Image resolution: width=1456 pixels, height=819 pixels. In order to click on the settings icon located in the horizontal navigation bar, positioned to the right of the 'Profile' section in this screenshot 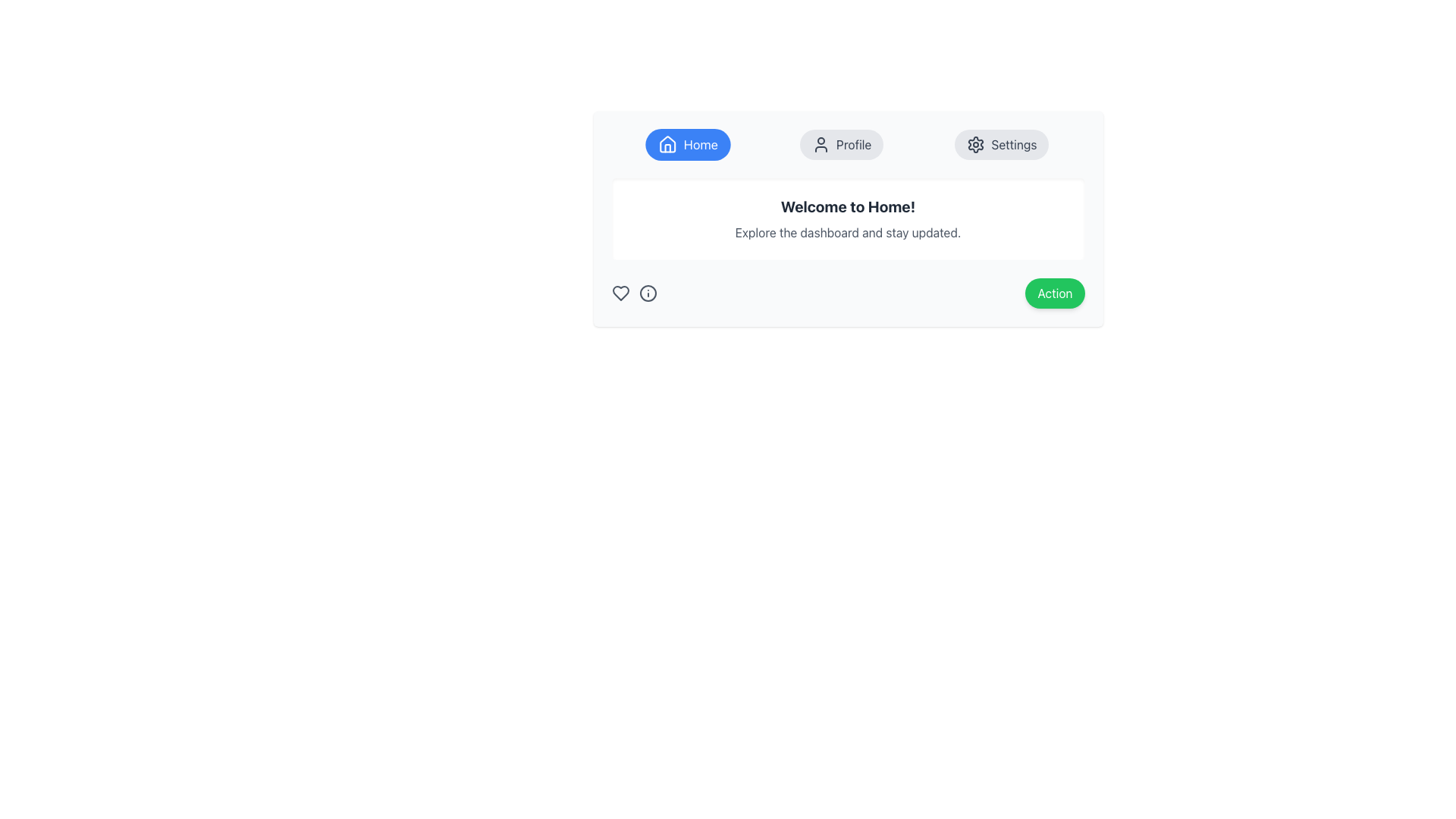, I will do `click(976, 145)`.